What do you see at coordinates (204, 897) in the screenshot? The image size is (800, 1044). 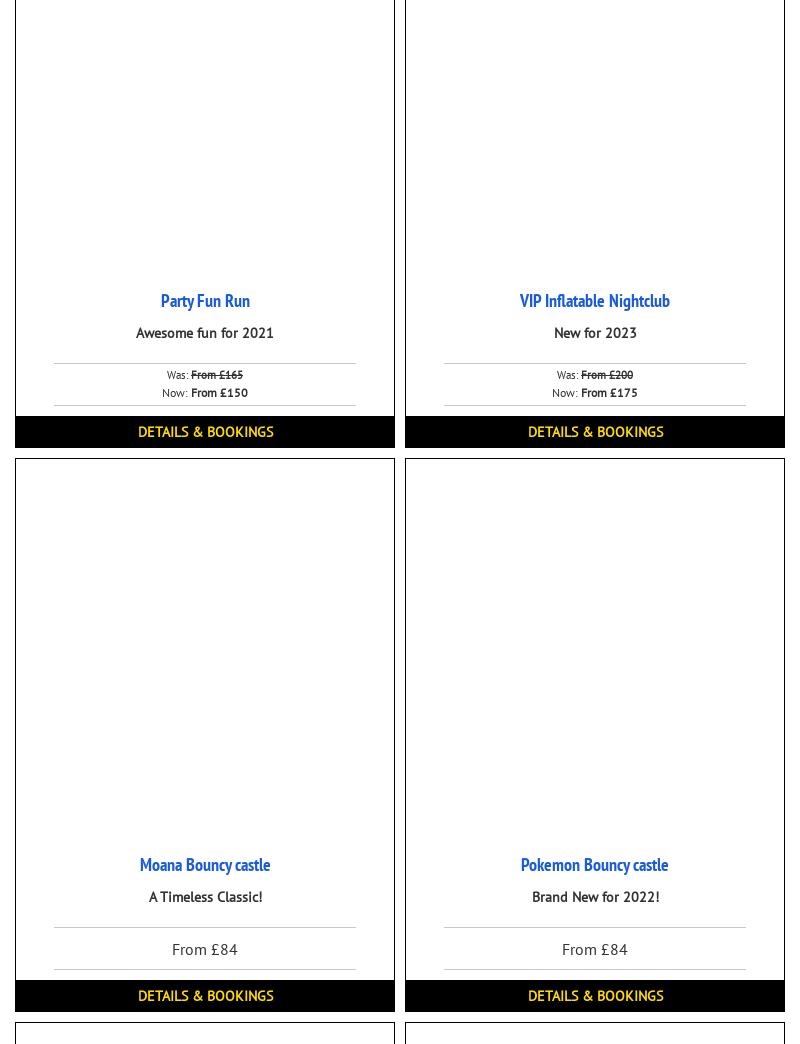 I see `'A Timeless Classic!'` at bounding box center [204, 897].